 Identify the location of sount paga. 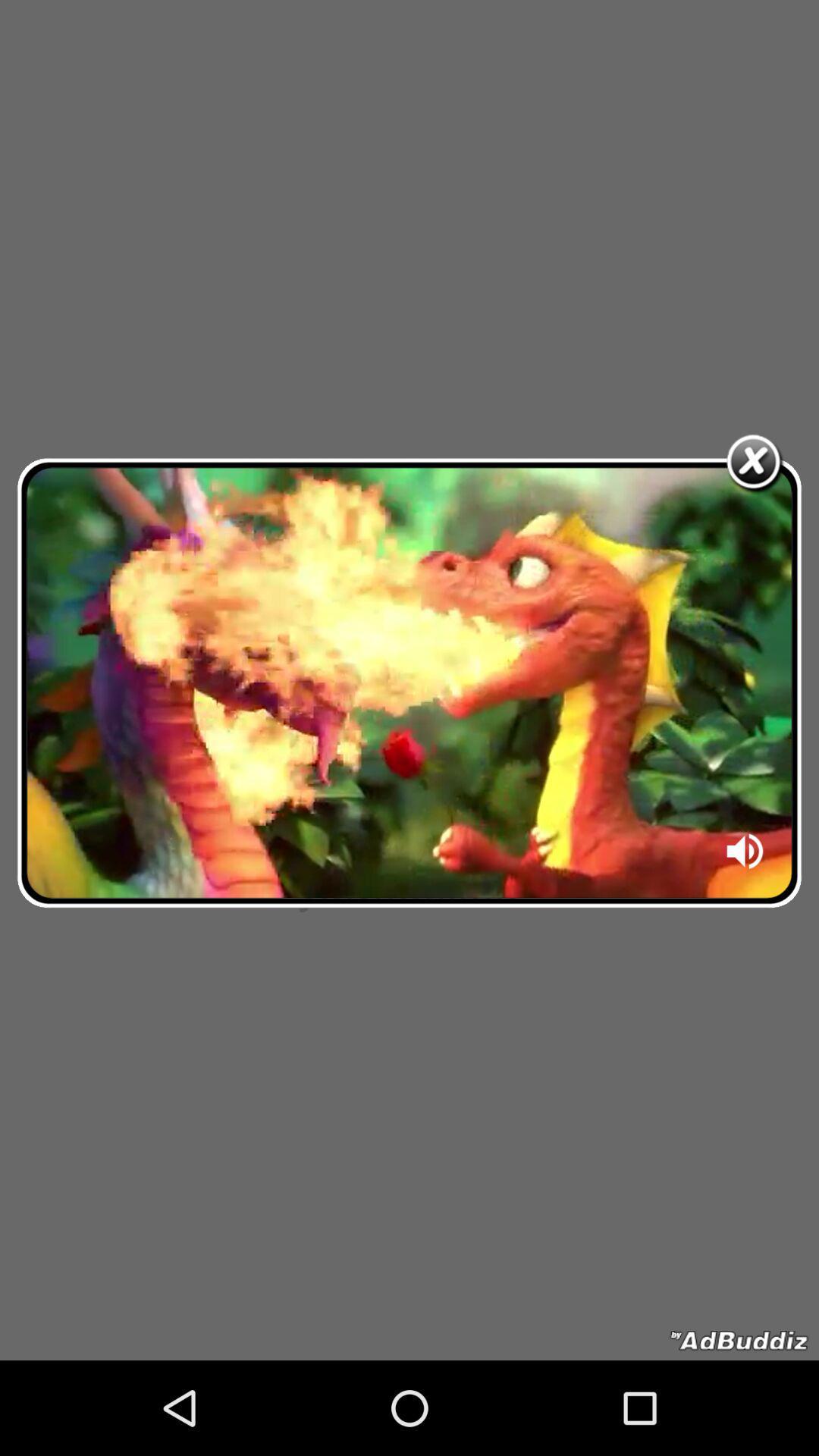
(745, 856).